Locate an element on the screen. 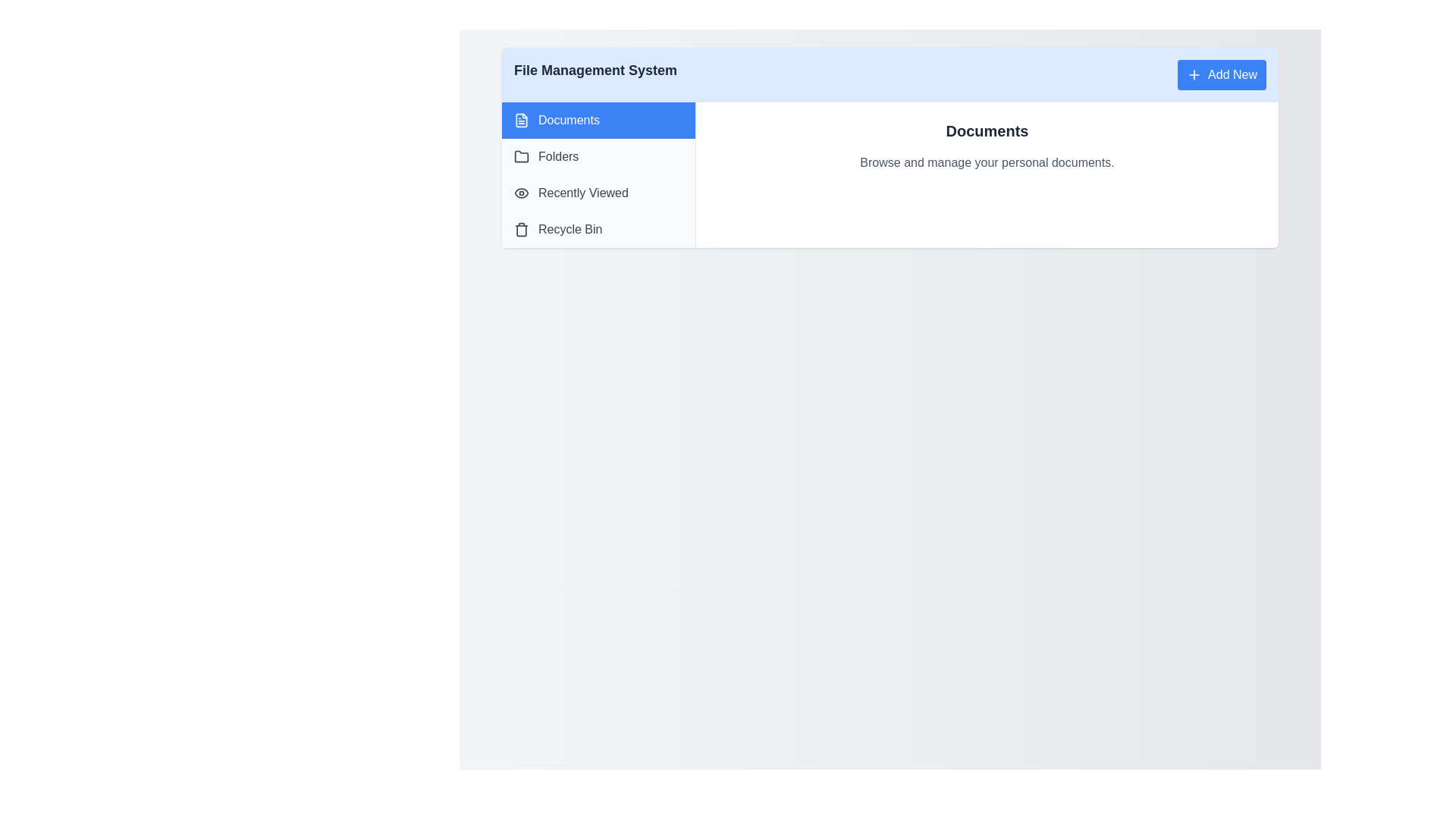  the 'Add New' text label within the button located in the top-right corner of the interface is located at coordinates (1232, 75).